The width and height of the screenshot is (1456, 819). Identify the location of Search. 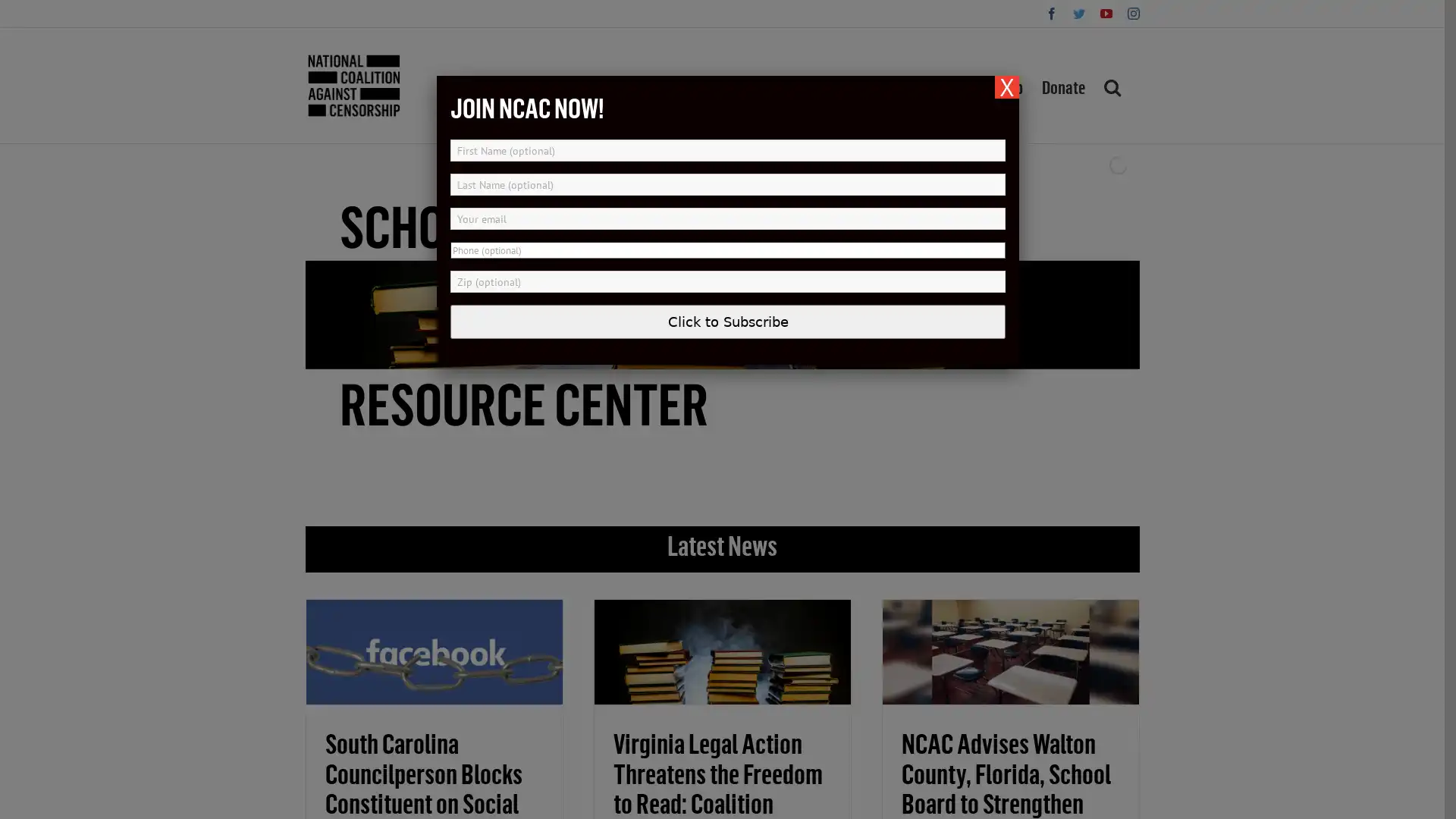
(1111, 85).